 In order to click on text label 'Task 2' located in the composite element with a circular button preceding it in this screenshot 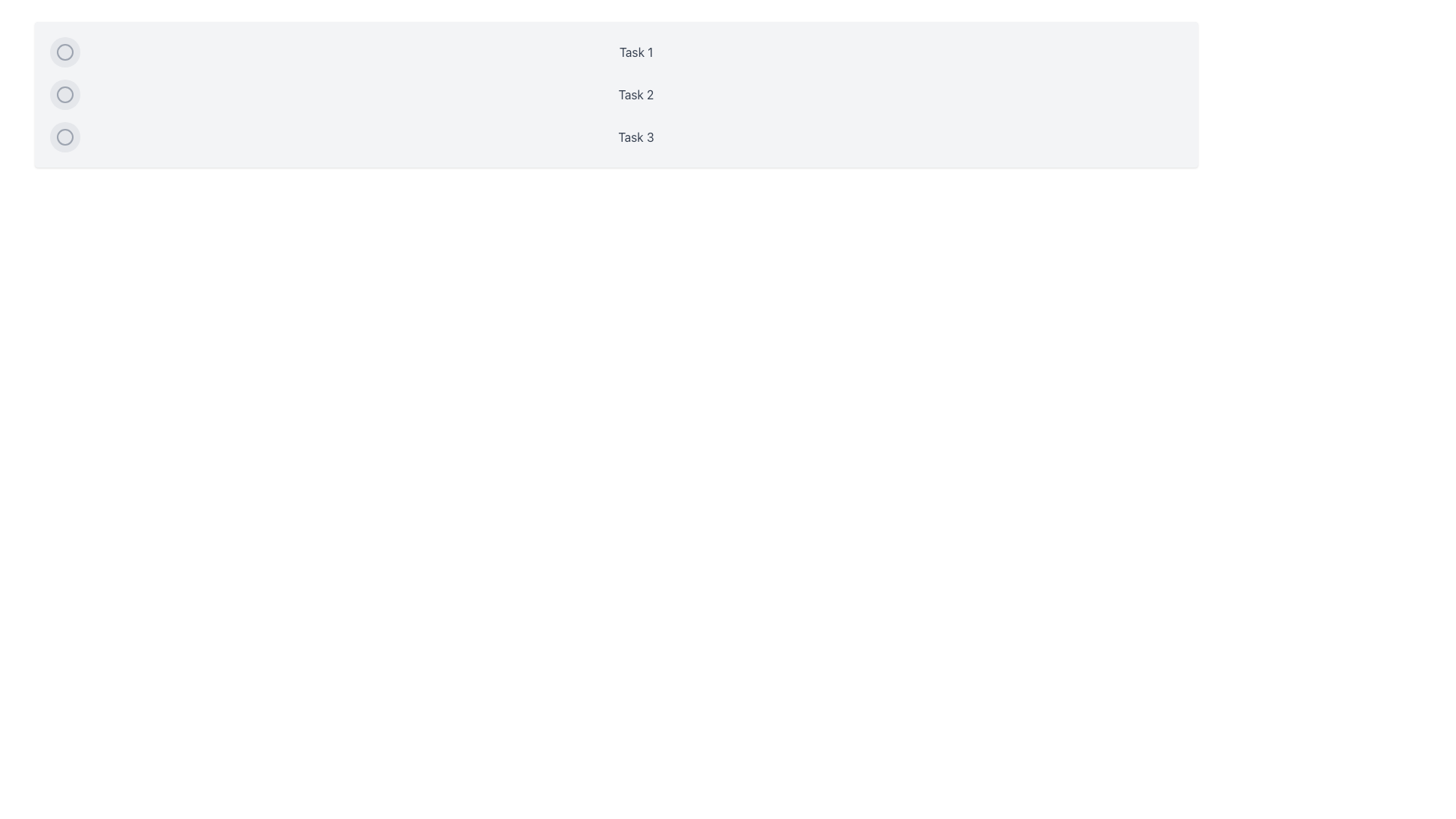, I will do `click(616, 94)`.